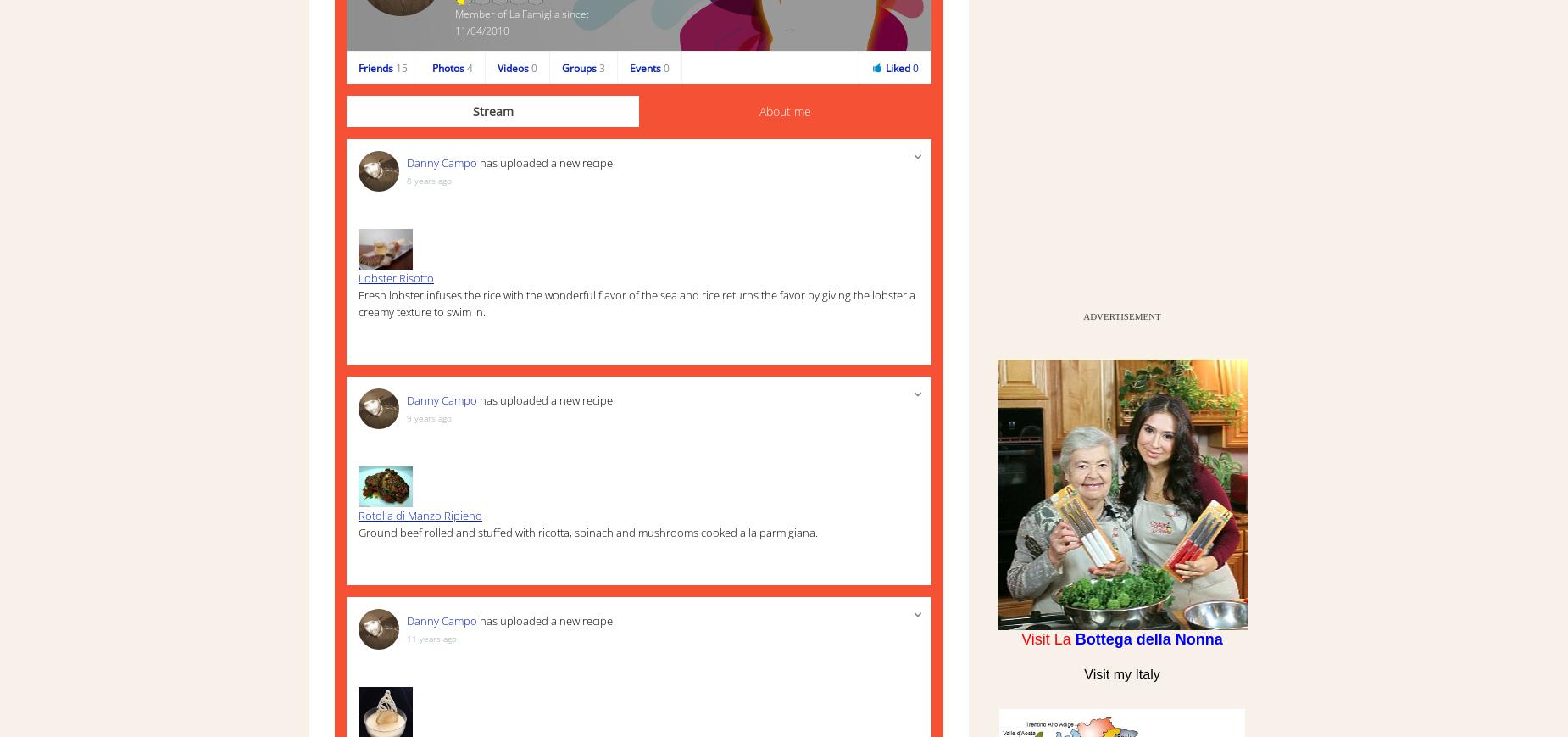 The width and height of the screenshot is (1568, 737). Describe the element at coordinates (885, 66) in the screenshot. I see `'Liked'` at that location.